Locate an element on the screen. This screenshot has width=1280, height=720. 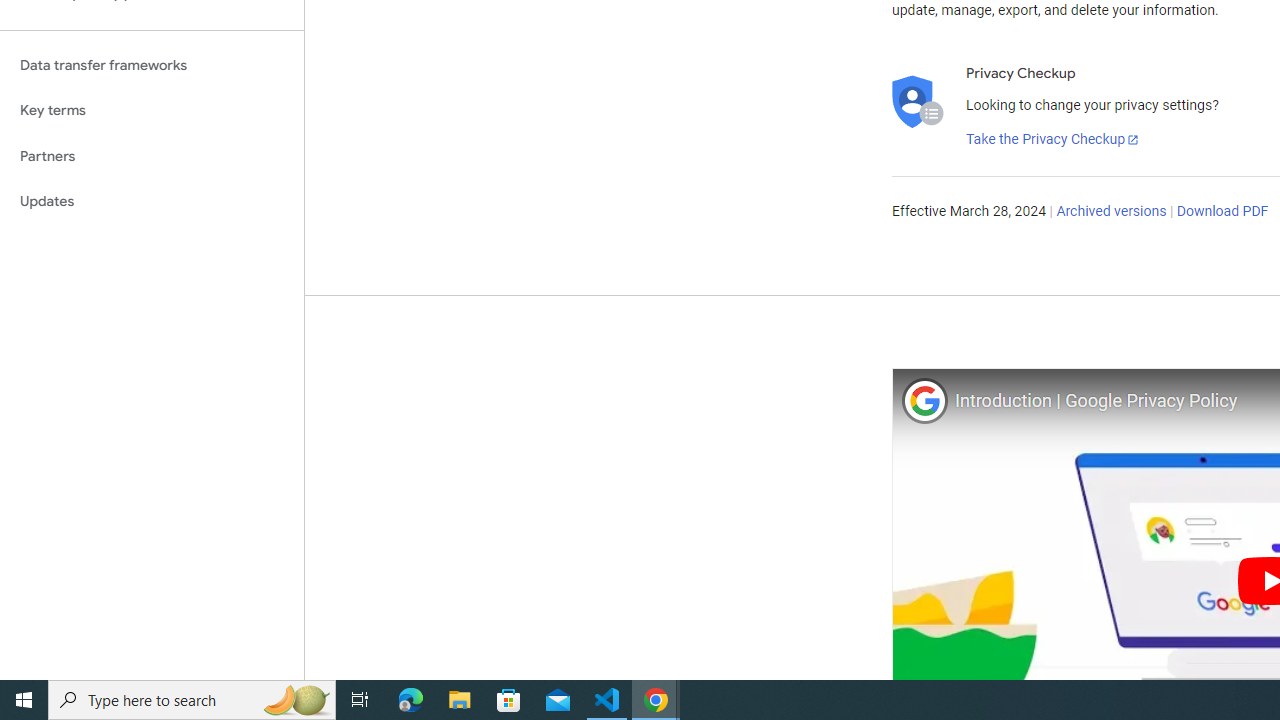
'Archived versions' is located at coordinates (1110, 212).